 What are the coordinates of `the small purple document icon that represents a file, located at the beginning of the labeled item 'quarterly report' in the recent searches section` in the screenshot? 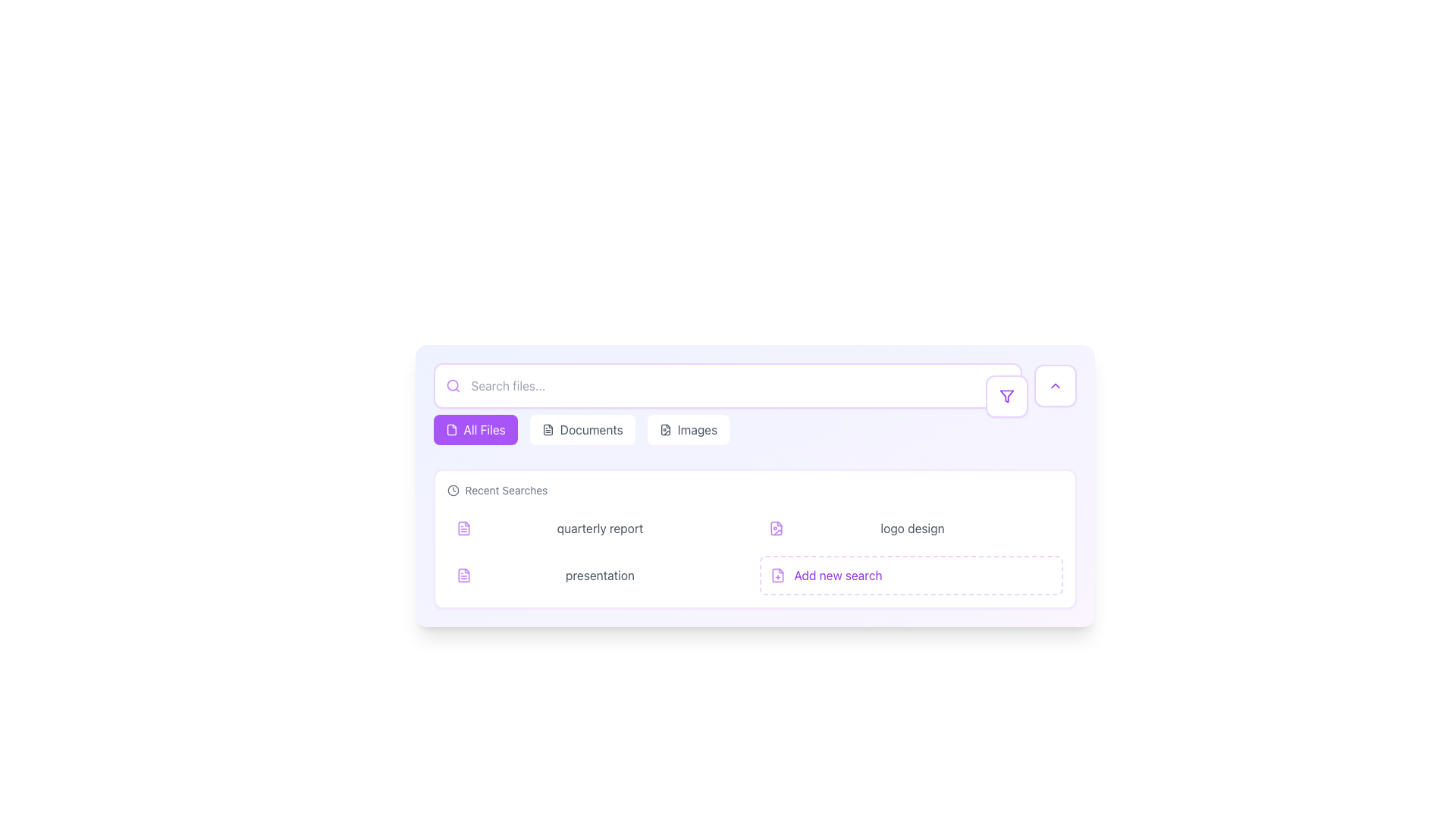 It's located at (463, 528).